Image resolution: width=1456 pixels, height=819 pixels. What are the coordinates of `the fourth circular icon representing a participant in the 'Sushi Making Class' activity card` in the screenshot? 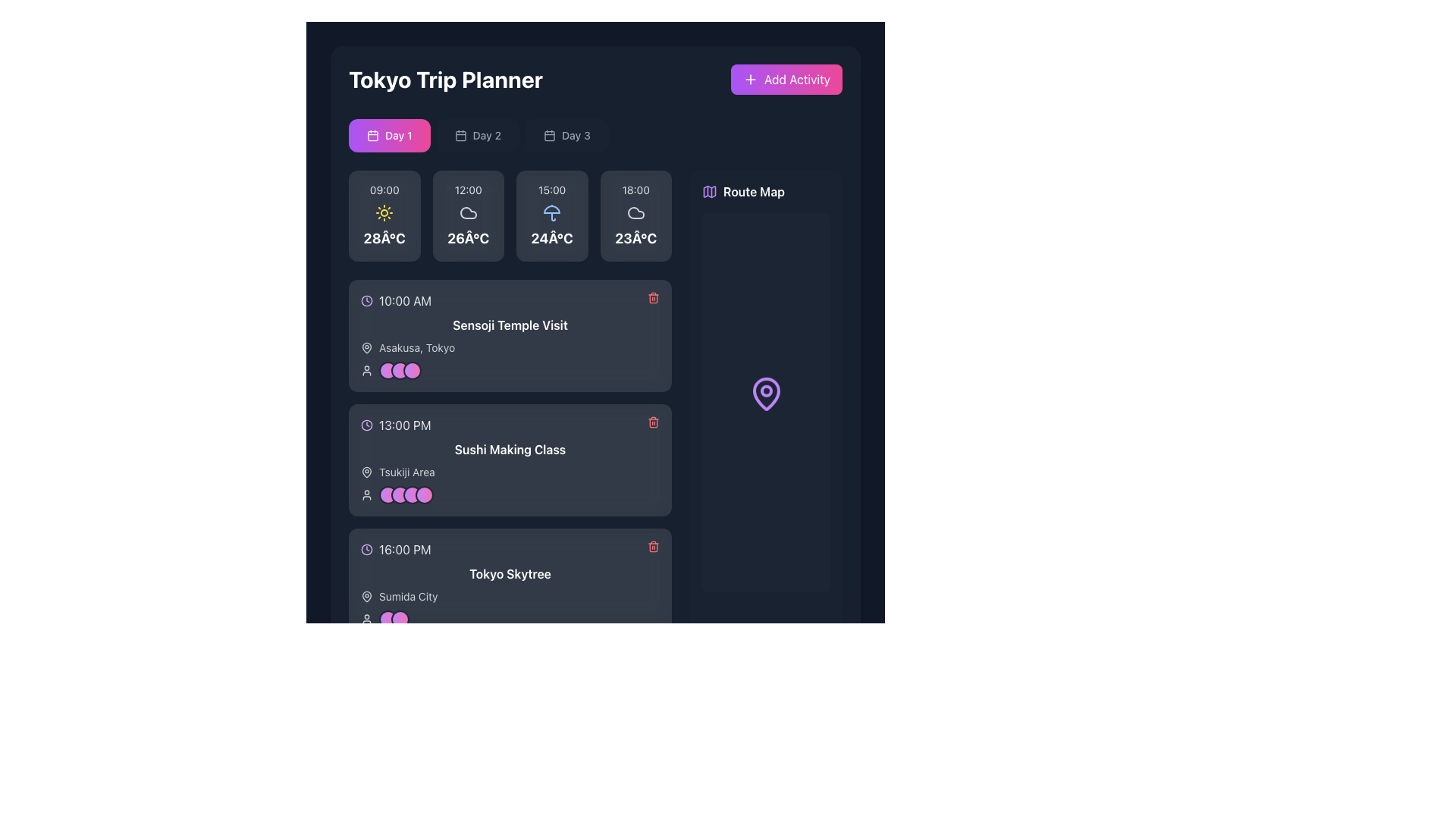 It's located at (425, 494).